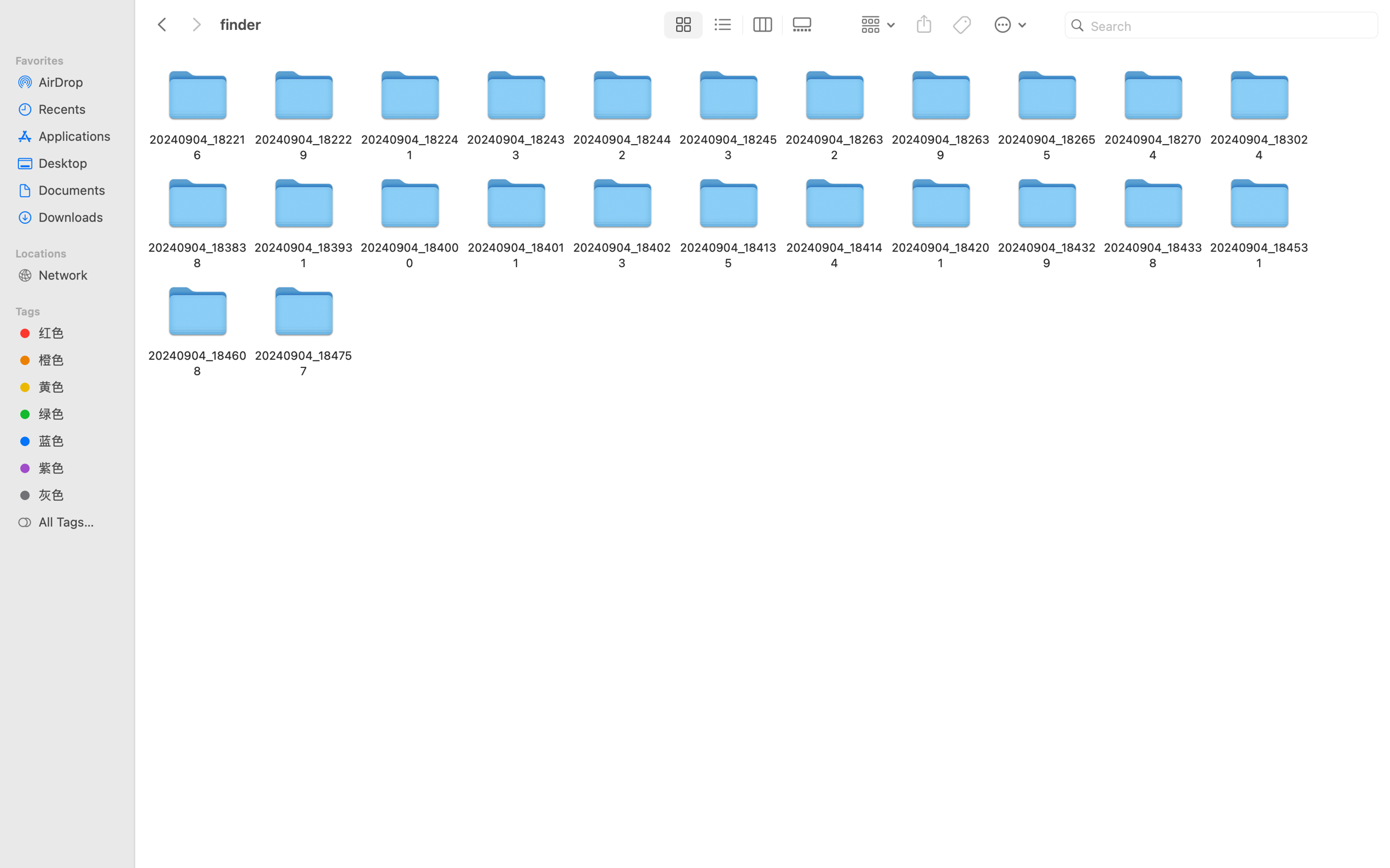 The width and height of the screenshot is (1390, 868). What do you see at coordinates (72, 251) in the screenshot?
I see `'Locations'` at bounding box center [72, 251].